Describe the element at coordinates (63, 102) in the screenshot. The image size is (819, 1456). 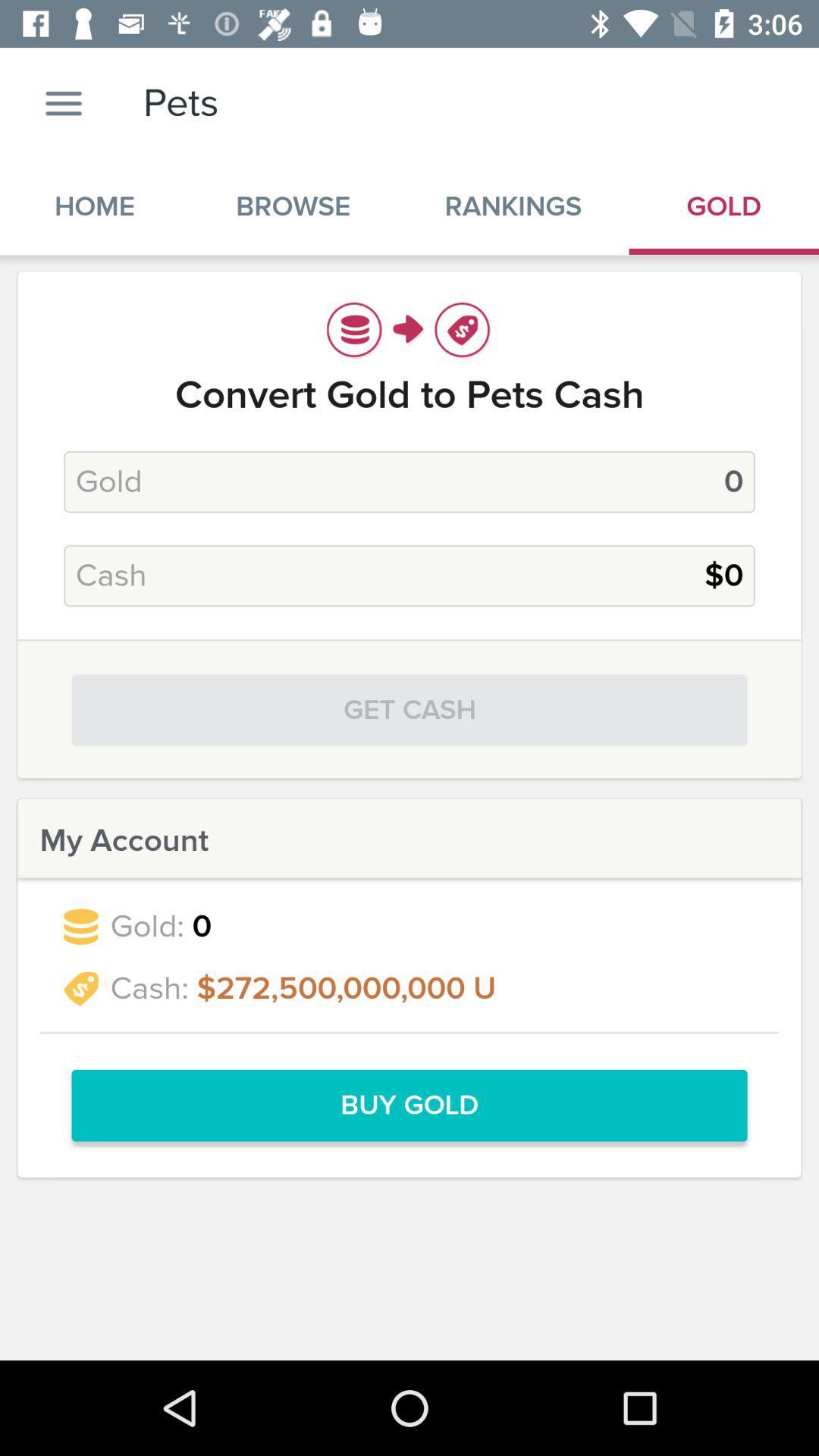
I see `the item above home icon` at that location.